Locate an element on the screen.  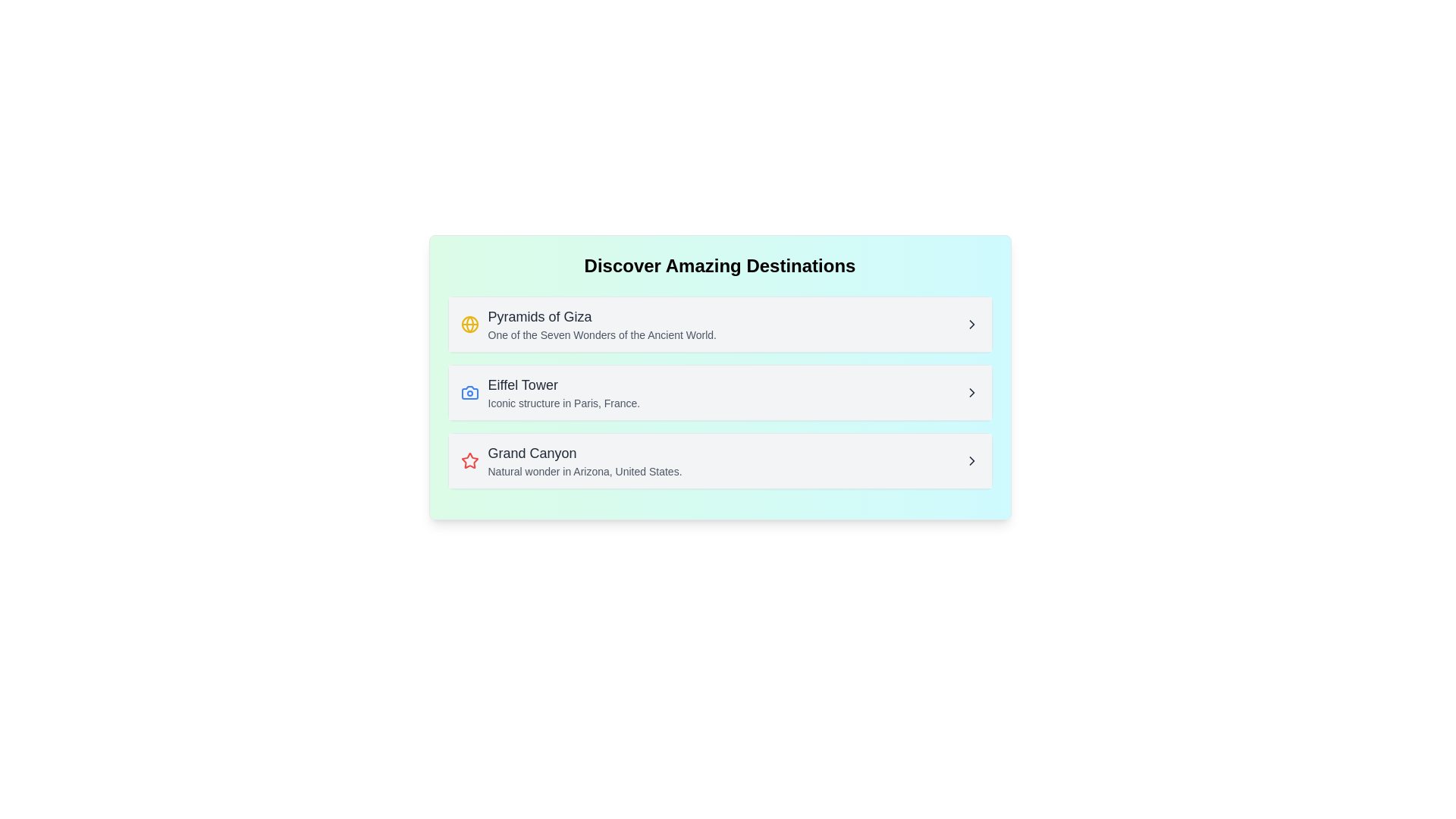
displayed text about the Grand Canyon, which is located in the third row of a vertical list, following the items 'Pyramids of Giza' and 'Eiffel Tower'. It is visually marked by a red star icon positioned to its left is located at coordinates (584, 460).